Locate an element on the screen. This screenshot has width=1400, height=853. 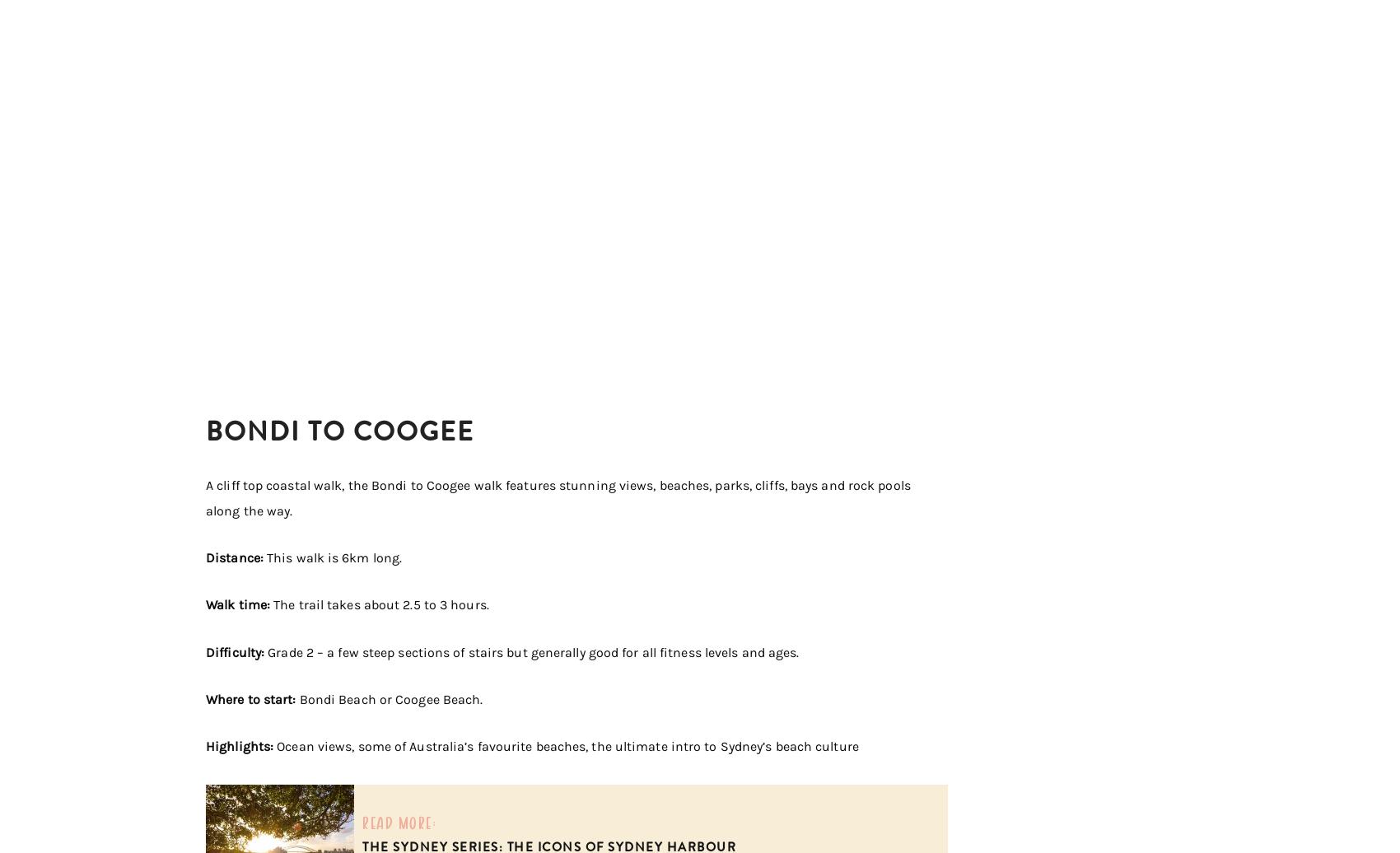
'READ MORE:' is located at coordinates (399, 821).